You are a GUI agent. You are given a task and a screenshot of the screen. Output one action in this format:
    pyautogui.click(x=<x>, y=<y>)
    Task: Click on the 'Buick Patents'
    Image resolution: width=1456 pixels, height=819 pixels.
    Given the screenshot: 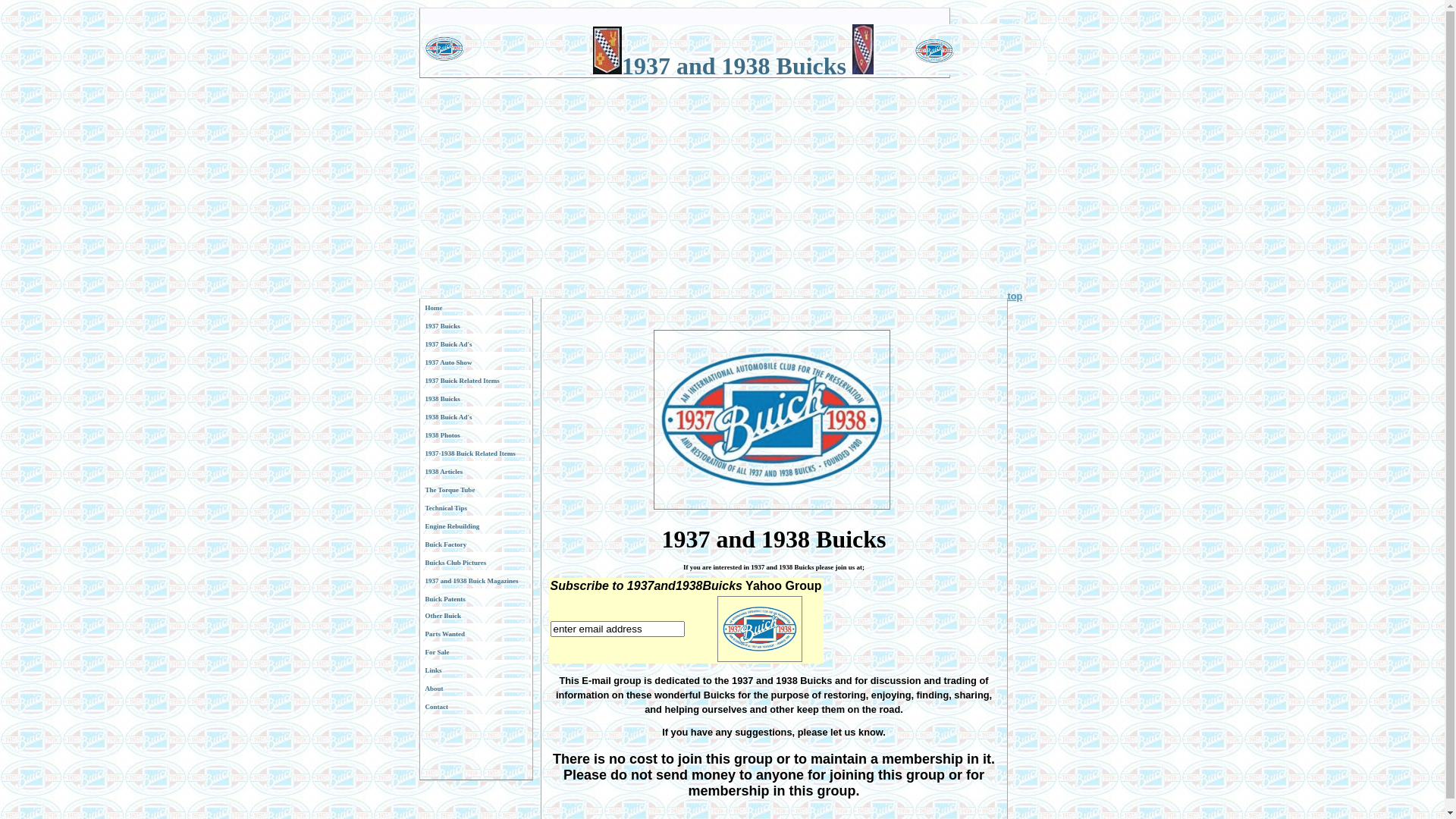 What is the action you would take?
    pyautogui.click(x=475, y=598)
    